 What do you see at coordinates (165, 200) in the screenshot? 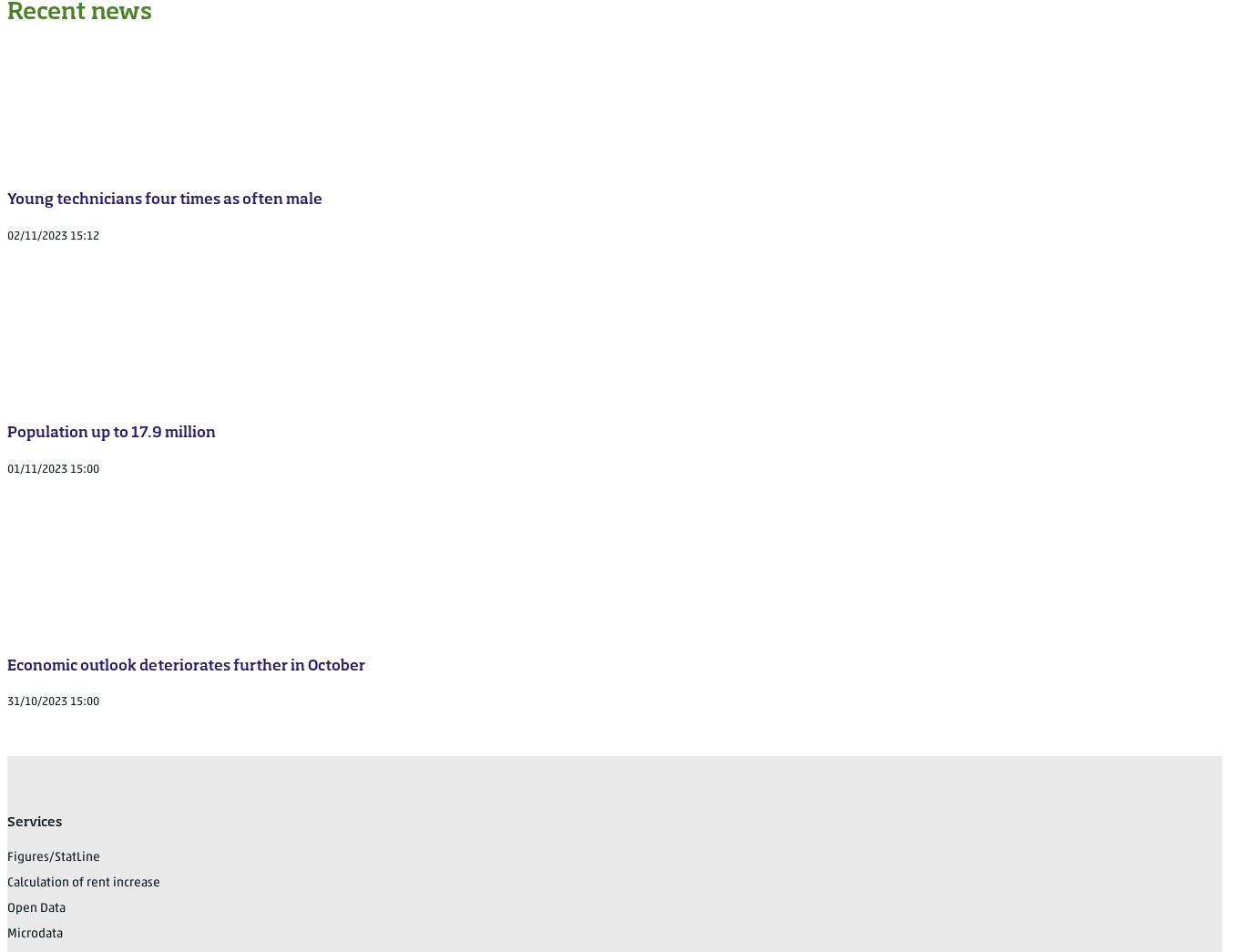
I see `'Young technicians four times as often male'` at bounding box center [165, 200].